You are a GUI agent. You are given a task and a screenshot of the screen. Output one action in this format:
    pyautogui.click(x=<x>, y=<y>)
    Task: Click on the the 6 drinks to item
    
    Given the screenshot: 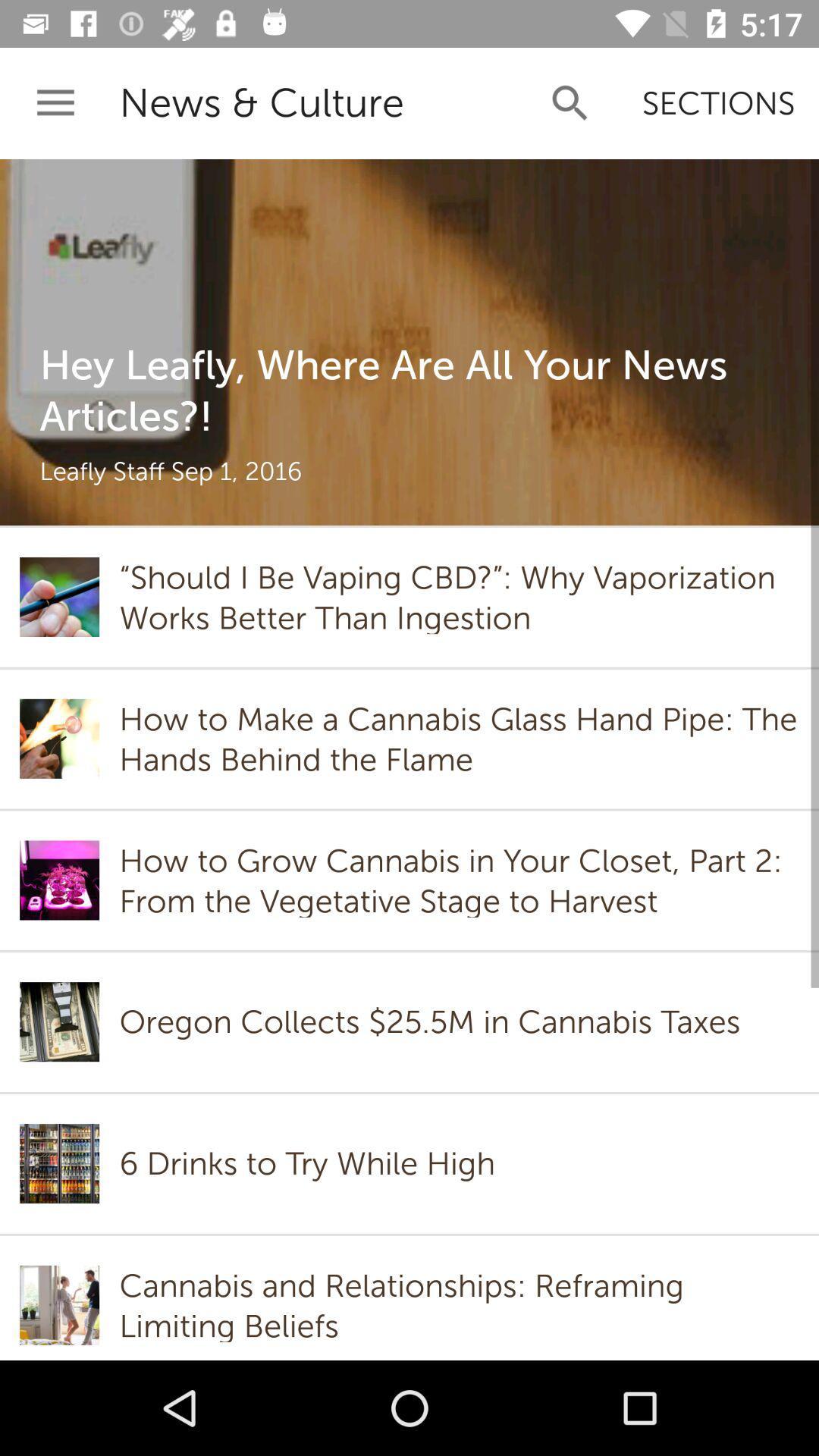 What is the action you would take?
    pyautogui.click(x=307, y=1163)
    